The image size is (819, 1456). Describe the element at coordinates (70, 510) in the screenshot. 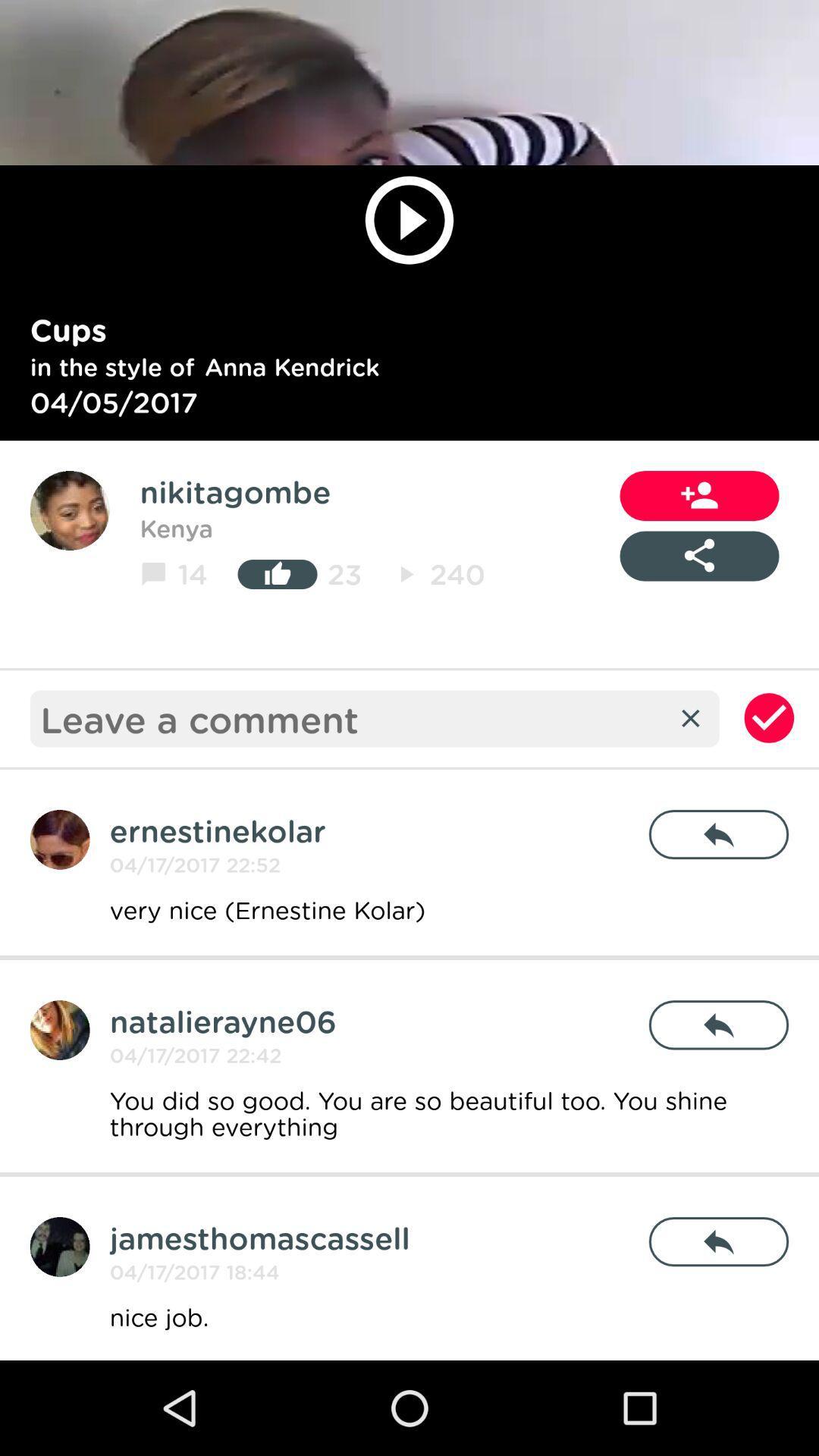

I see `user profile` at that location.